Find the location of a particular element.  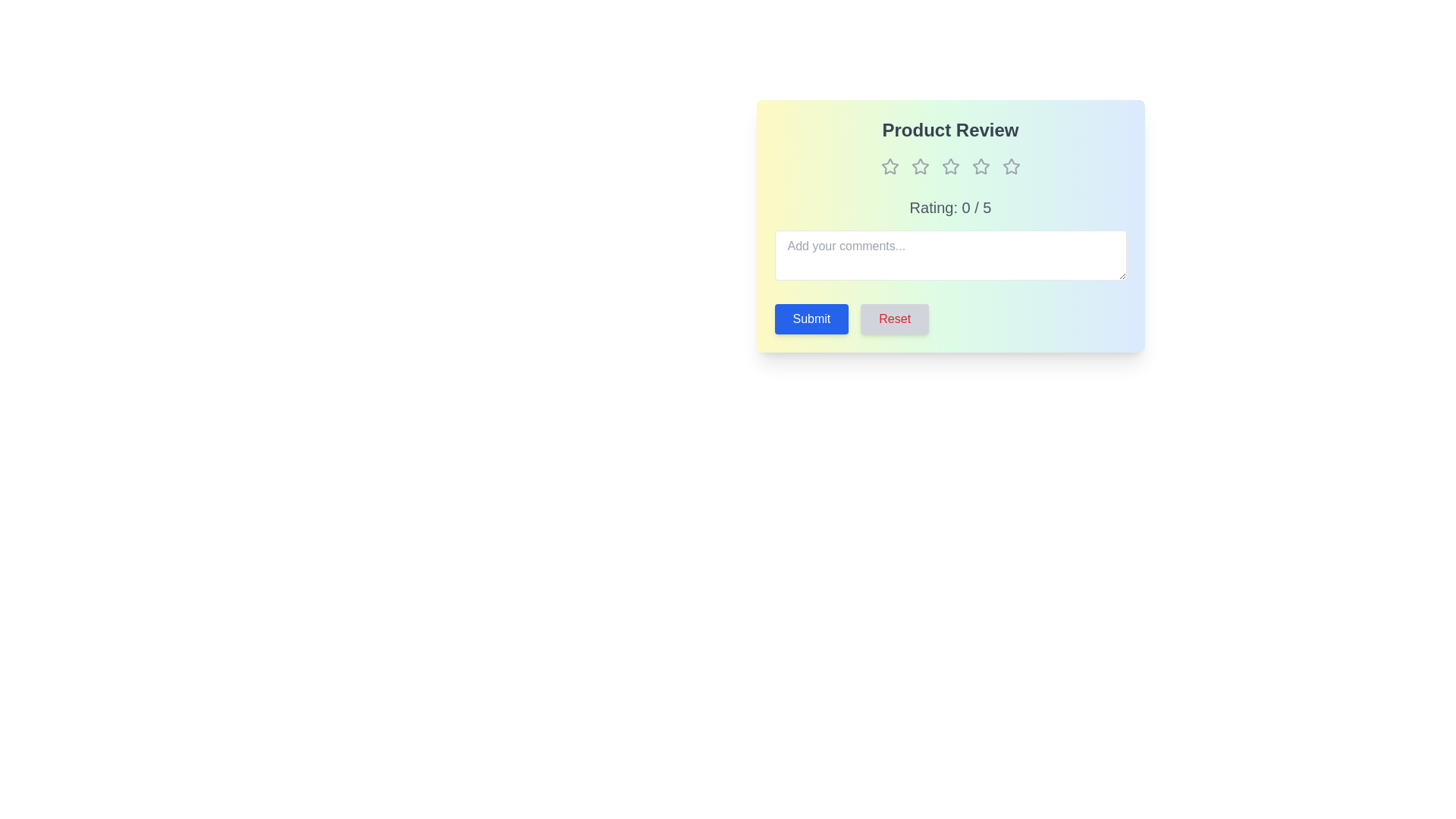

the star corresponding to 4 to set the rating is located at coordinates (981, 166).